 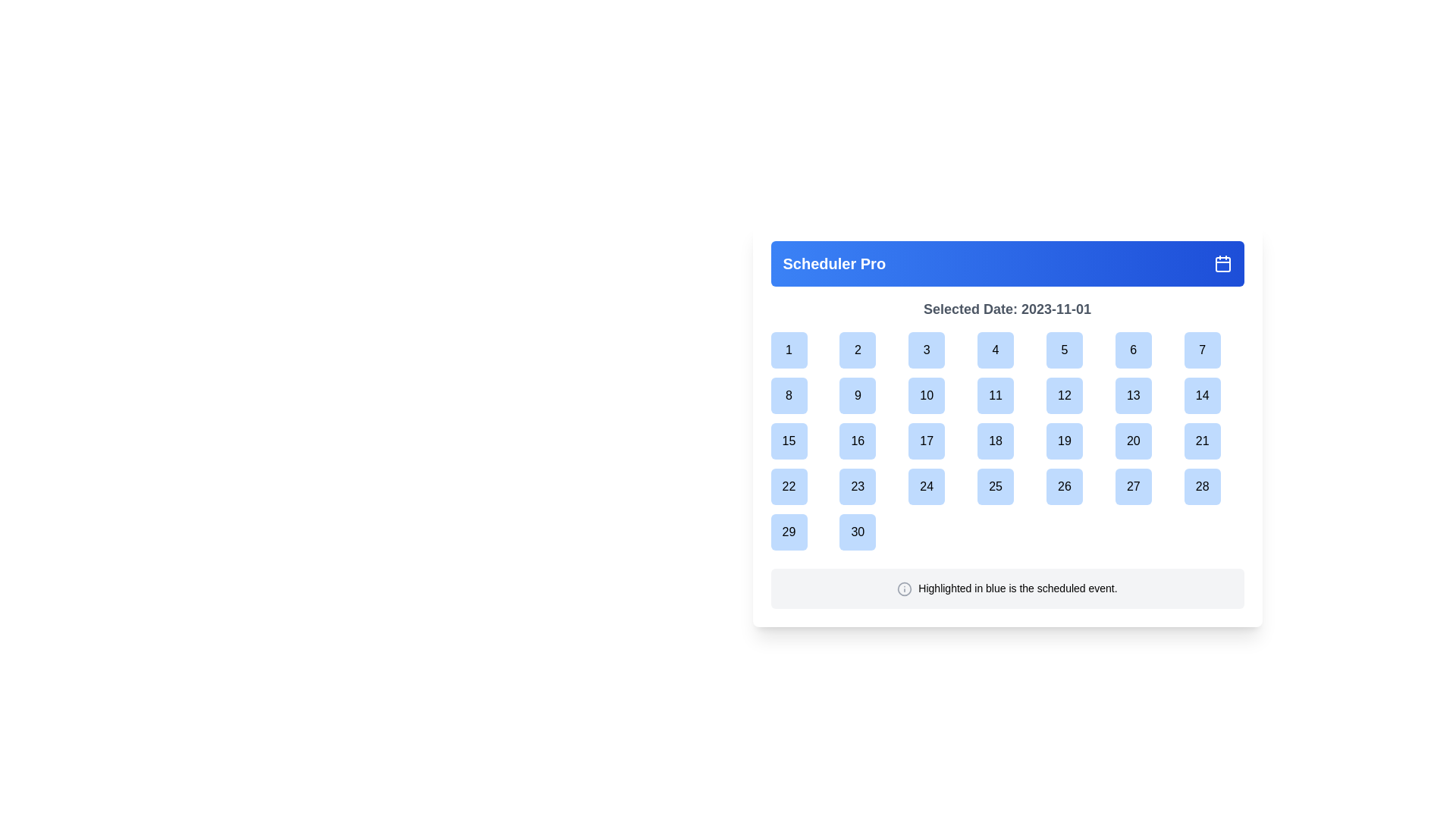 I want to click on the 25th date button in the calendar grid, so click(x=996, y=486).